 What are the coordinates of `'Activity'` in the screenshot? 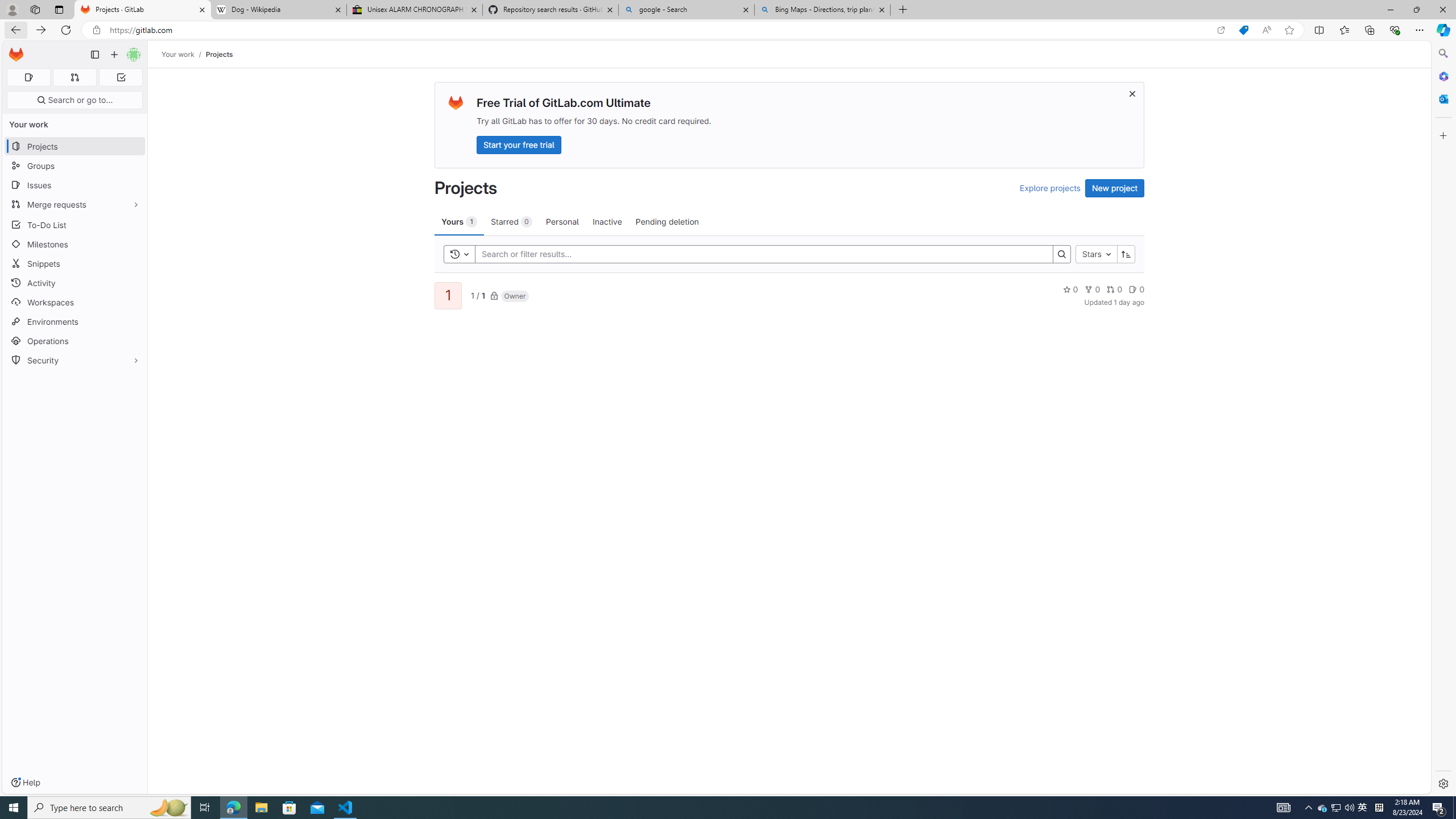 It's located at (74, 283).